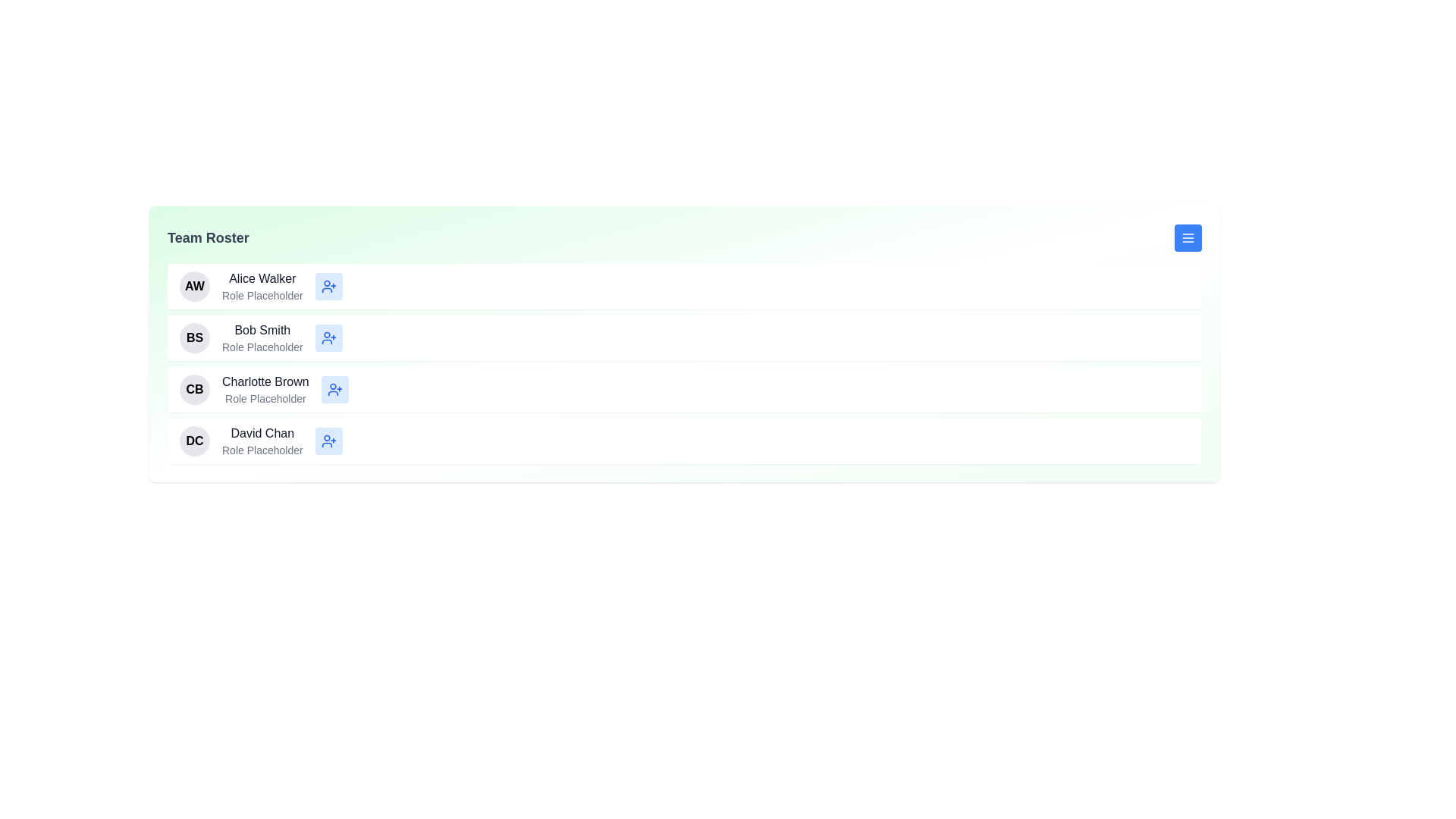 Image resolution: width=1456 pixels, height=819 pixels. Describe the element at coordinates (262, 278) in the screenshot. I see `displayed text 'Alice Walker' from the first text label in the 'Team Roster' section, which is in bold gray style and positioned above 'Role Placeholder'` at that location.